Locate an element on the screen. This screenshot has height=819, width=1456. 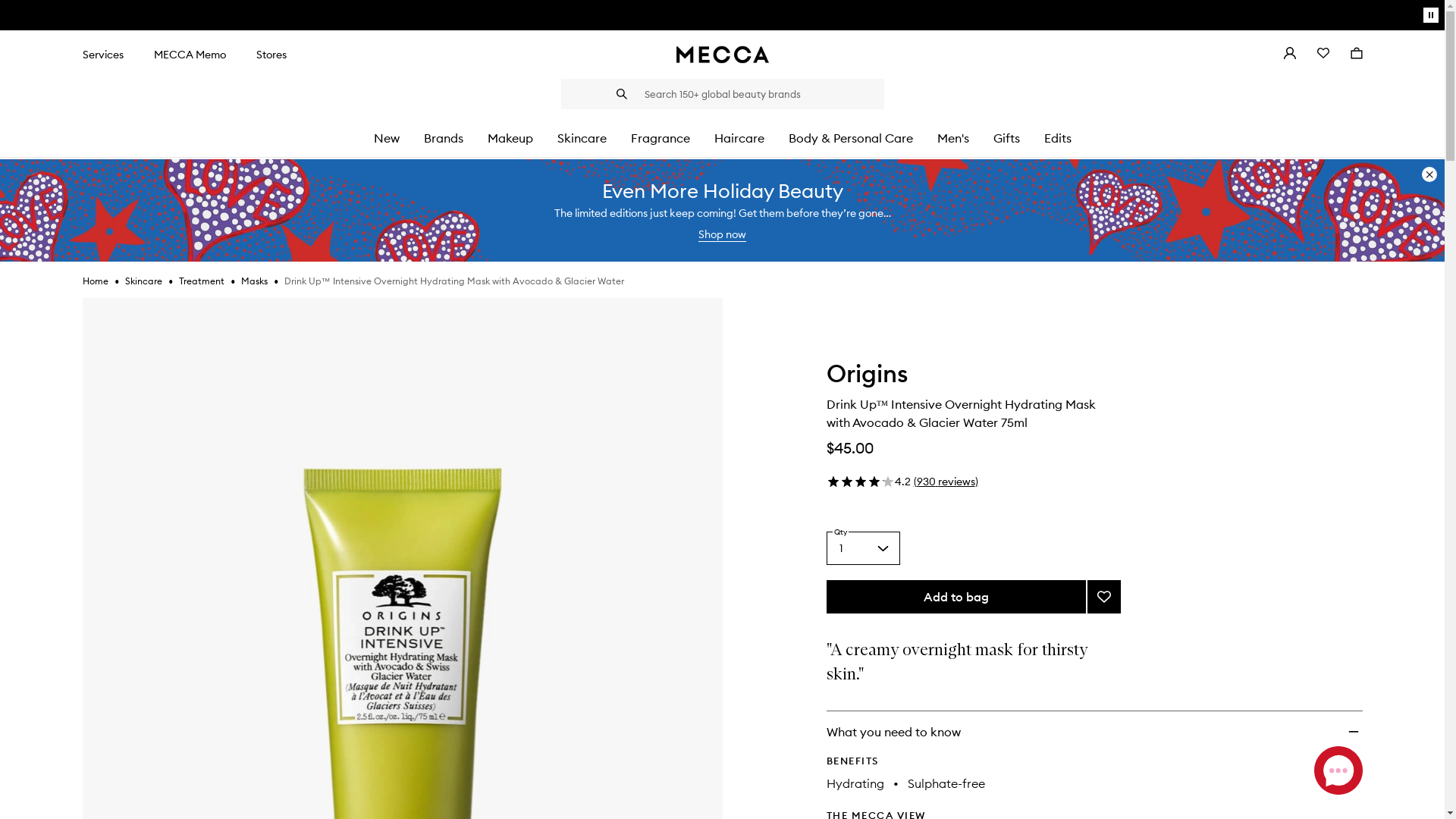
'Chat with us' is located at coordinates (1313, 770).